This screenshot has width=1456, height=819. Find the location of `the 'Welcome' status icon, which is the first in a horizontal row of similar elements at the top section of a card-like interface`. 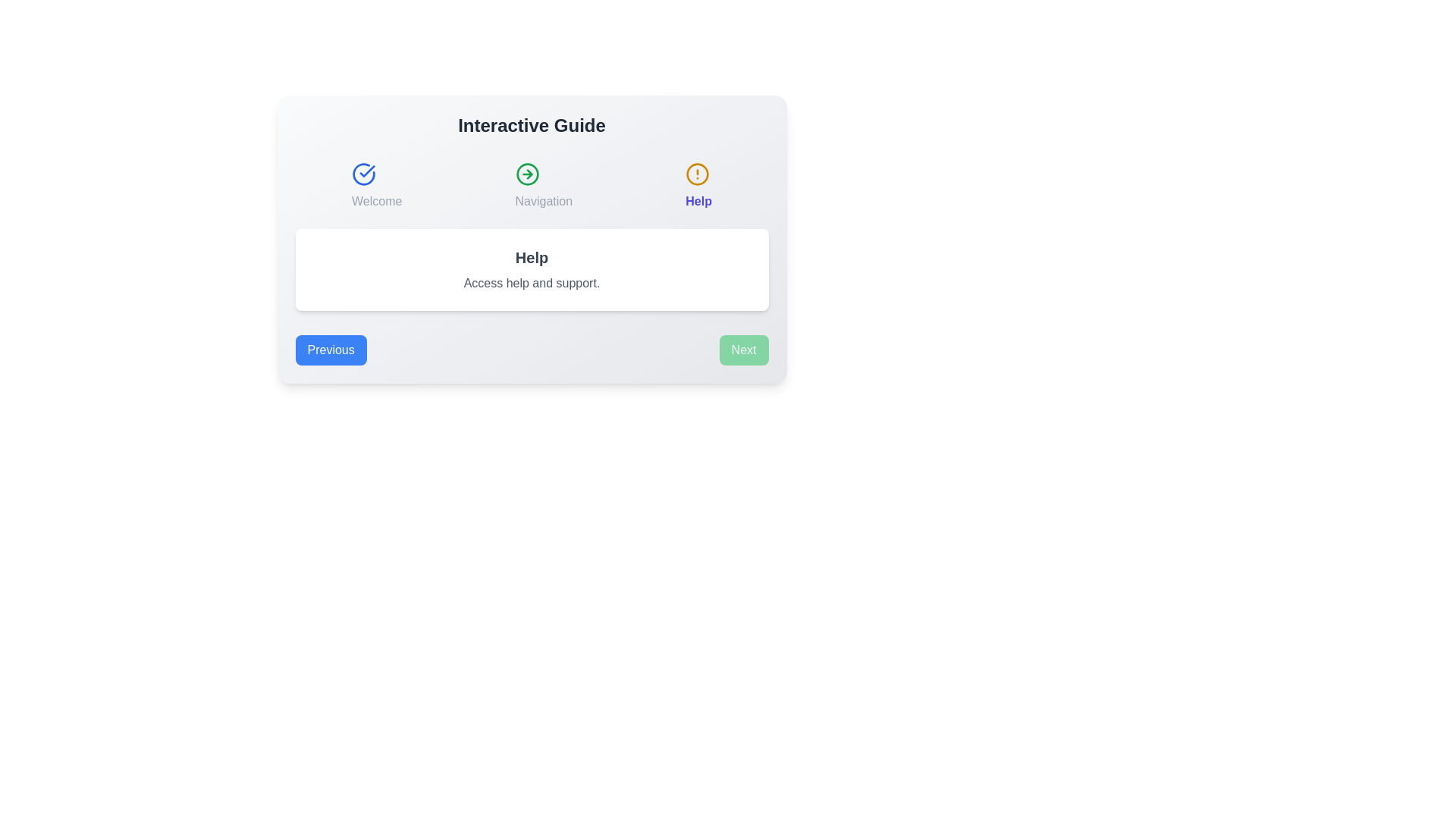

the 'Welcome' status icon, which is the first in a horizontal row of similar elements at the top section of a card-like interface is located at coordinates (364, 174).